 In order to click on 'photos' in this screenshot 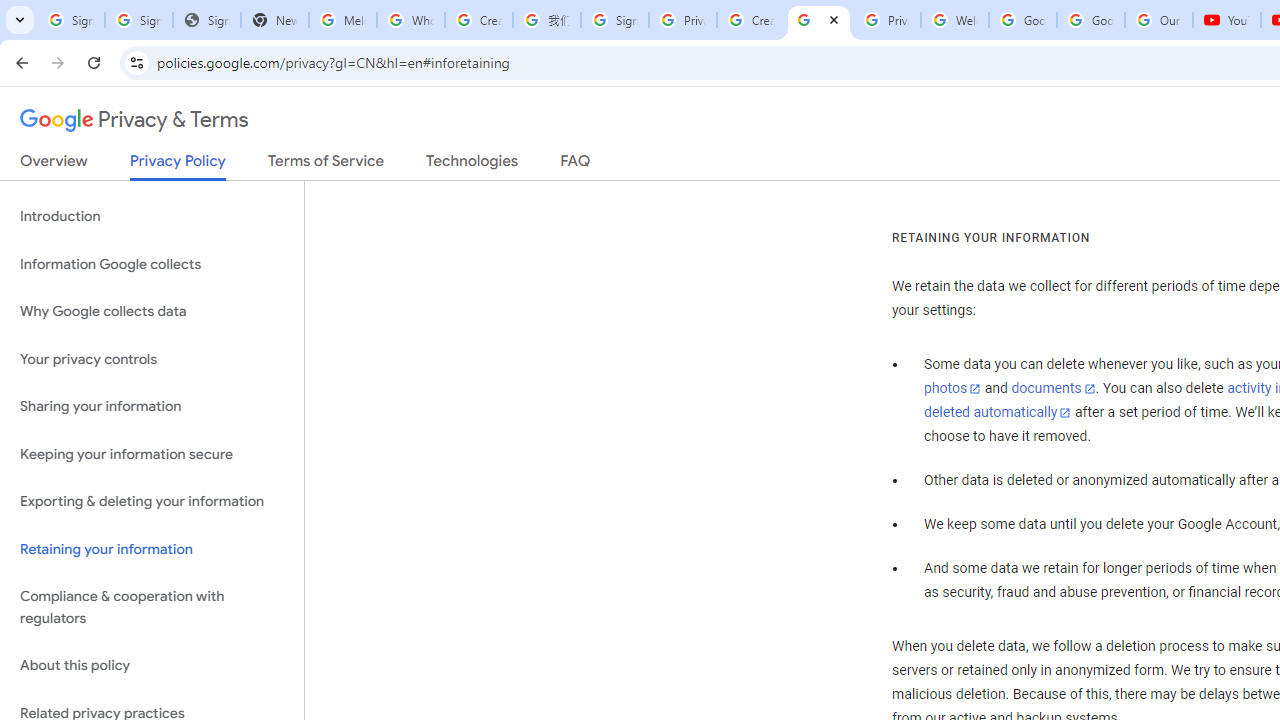, I will do `click(951, 389)`.